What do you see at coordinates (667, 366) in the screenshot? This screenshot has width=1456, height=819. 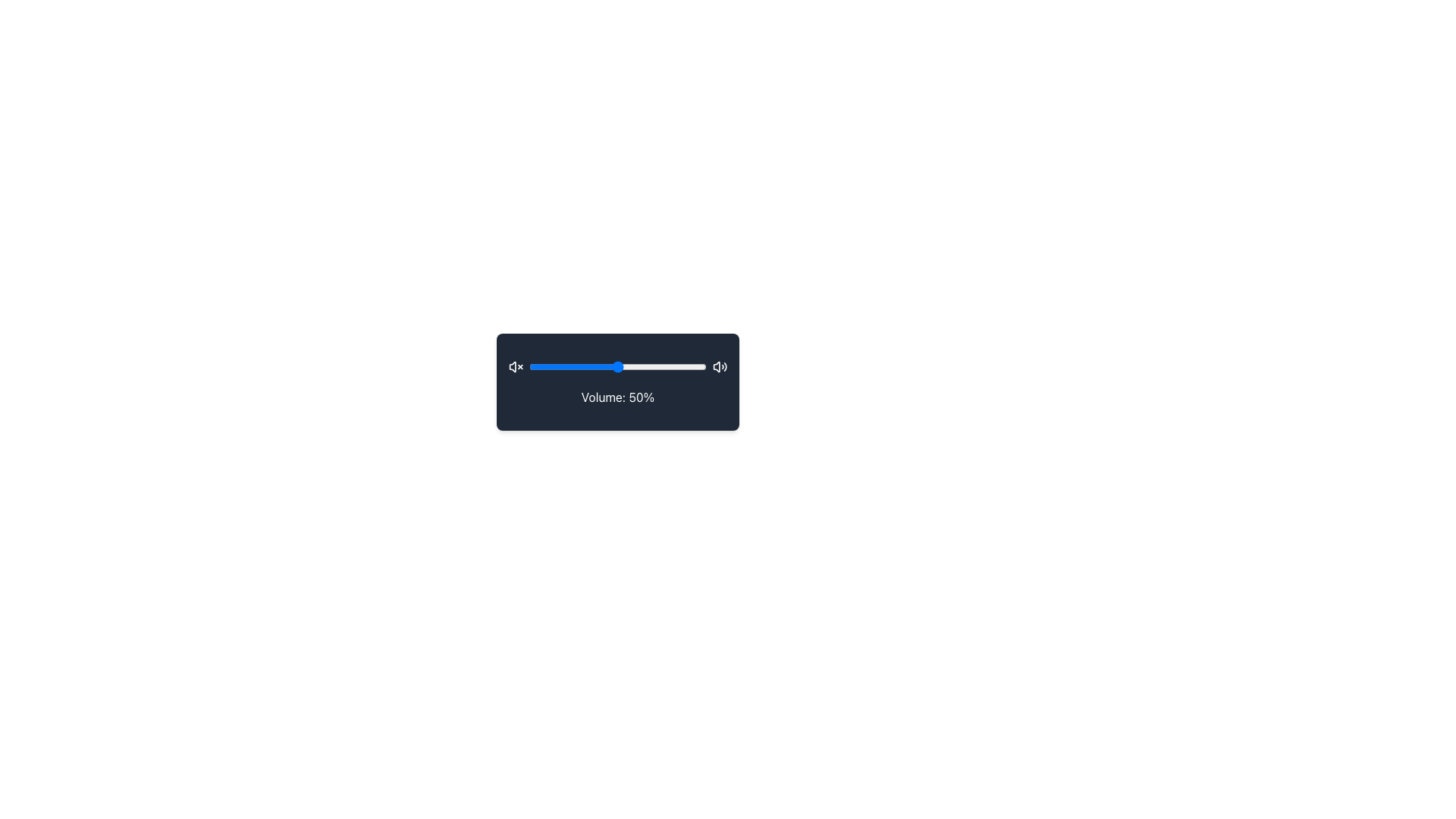 I see `the volume` at bounding box center [667, 366].